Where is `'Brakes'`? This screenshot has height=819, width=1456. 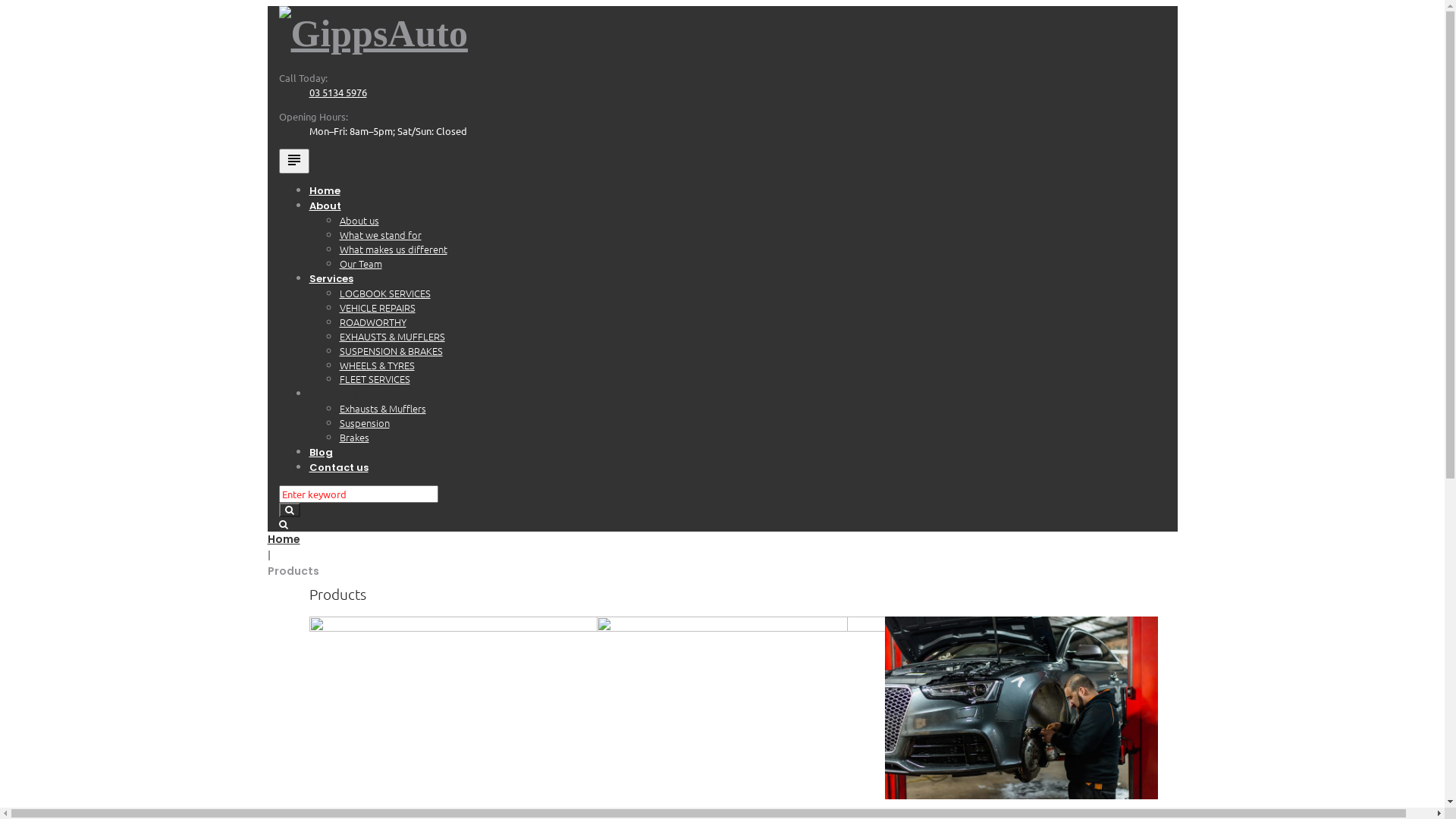 'Brakes' is located at coordinates (338, 437).